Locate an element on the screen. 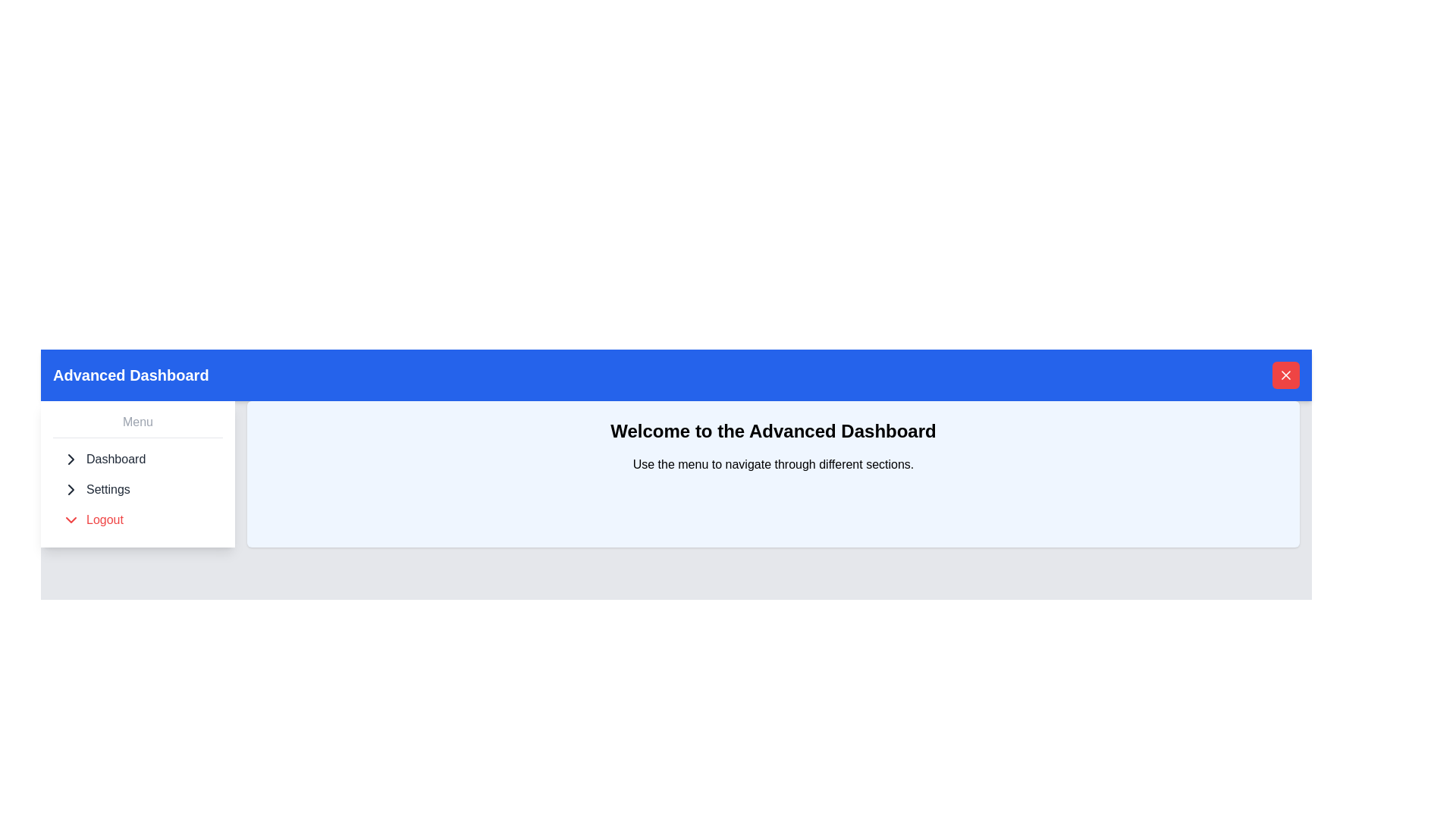 The height and width of the screenshot is (819, 1456). the small red square button with a white 'X' icon located in the top-right corner of the header section to trigger hover-specific visual effects is located at coordinates (1285, 375).